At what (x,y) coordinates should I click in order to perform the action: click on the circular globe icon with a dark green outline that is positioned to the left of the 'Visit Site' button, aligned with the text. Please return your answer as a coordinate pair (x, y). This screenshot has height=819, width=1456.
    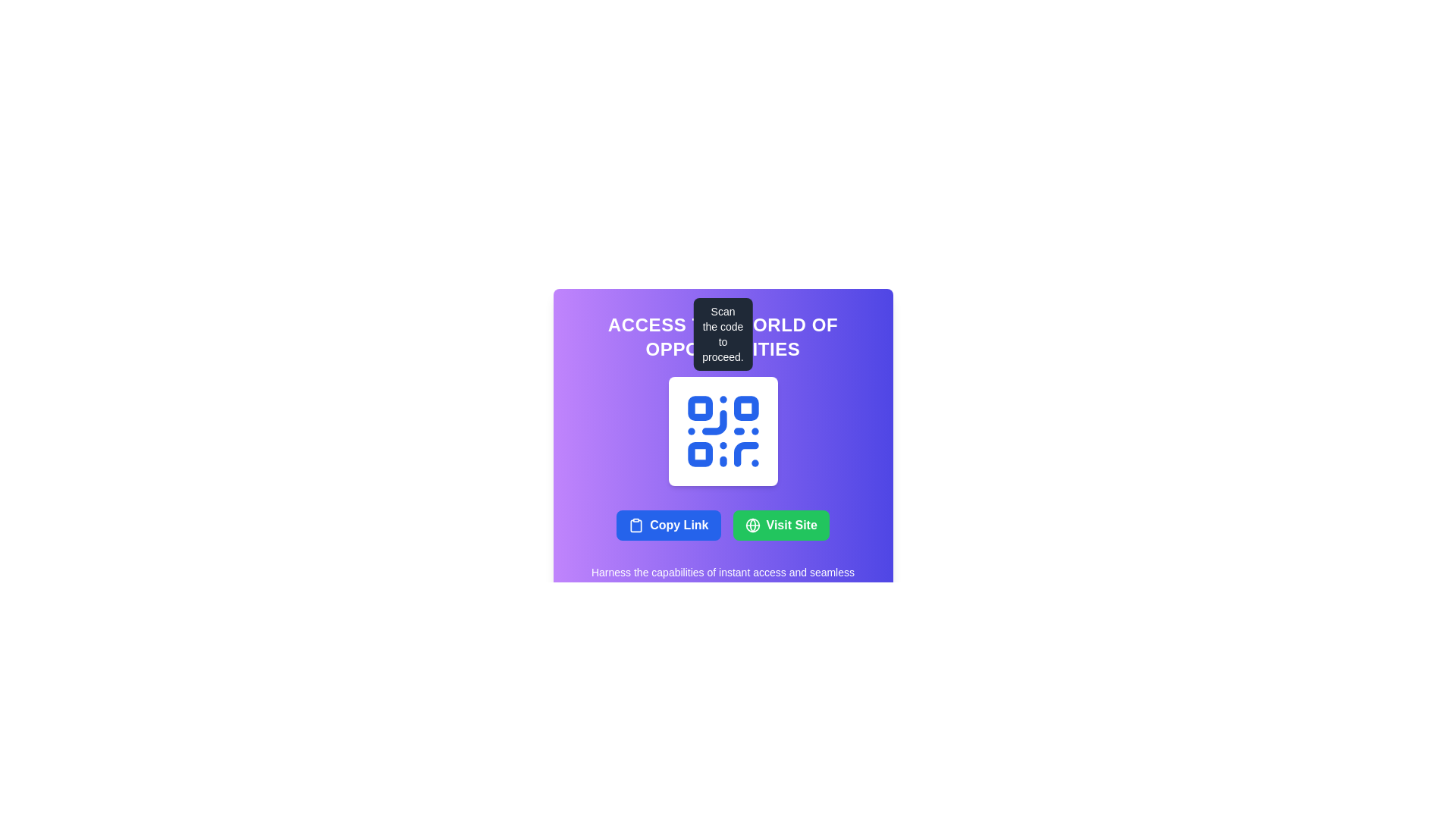
    Looking at the image, I should click on (752, 525).